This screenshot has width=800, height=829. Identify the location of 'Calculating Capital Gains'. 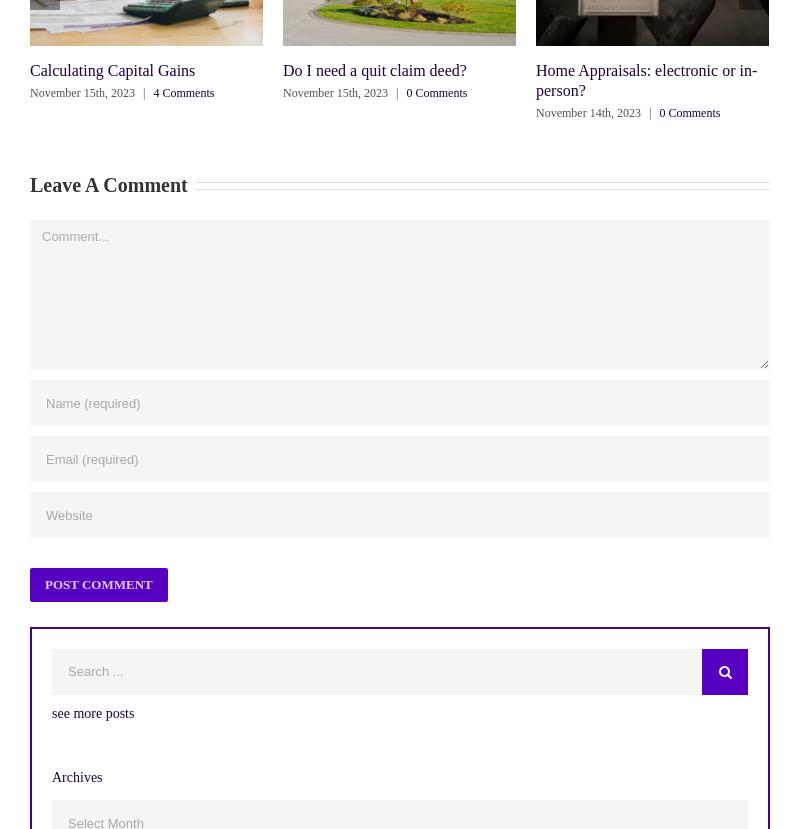
(30, 69).